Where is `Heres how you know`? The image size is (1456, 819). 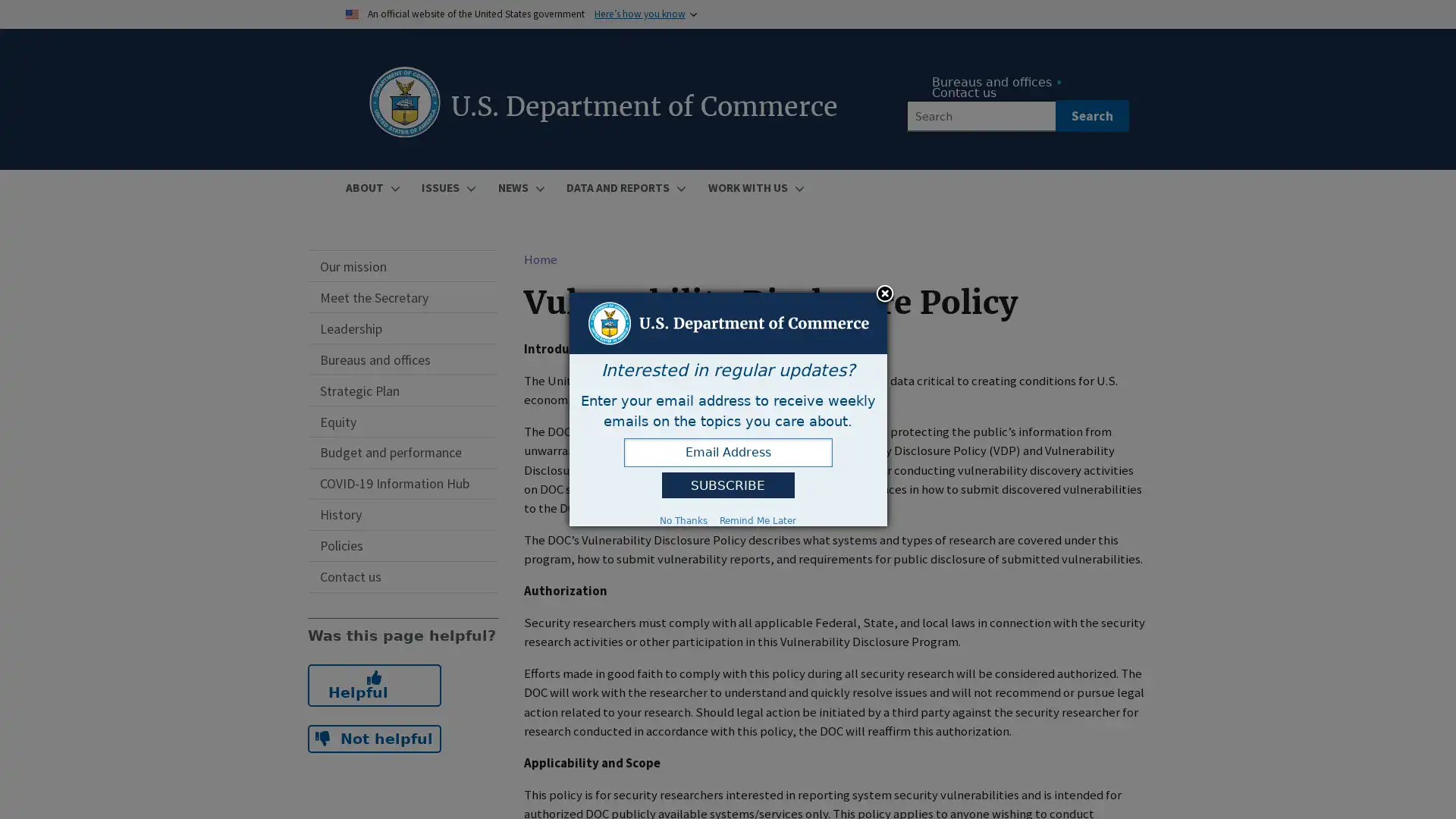 Heres how you know is located at coordinates (639, 14).